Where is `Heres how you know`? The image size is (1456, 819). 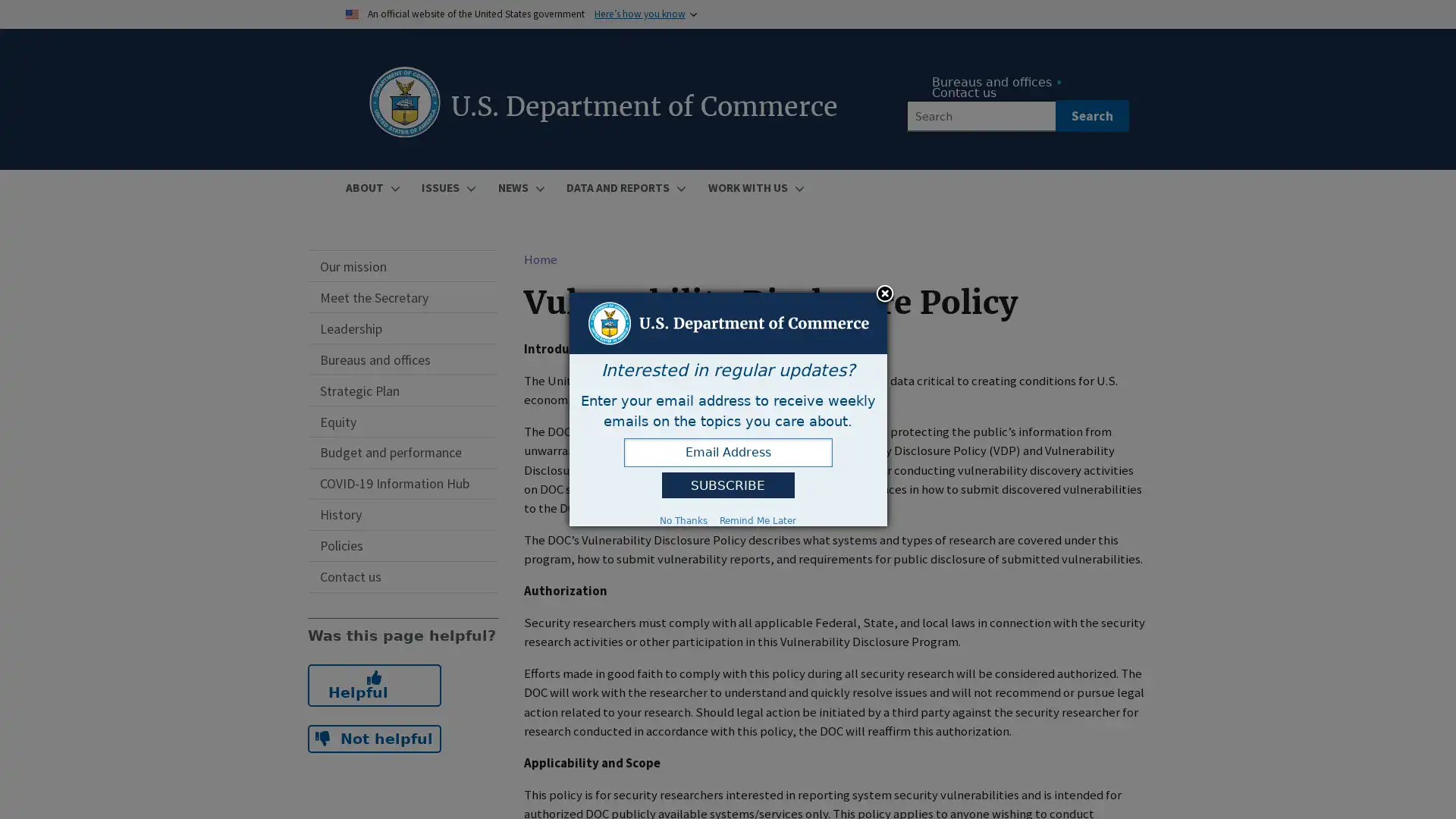 Heres how you know is located at coordinates (639, 14).